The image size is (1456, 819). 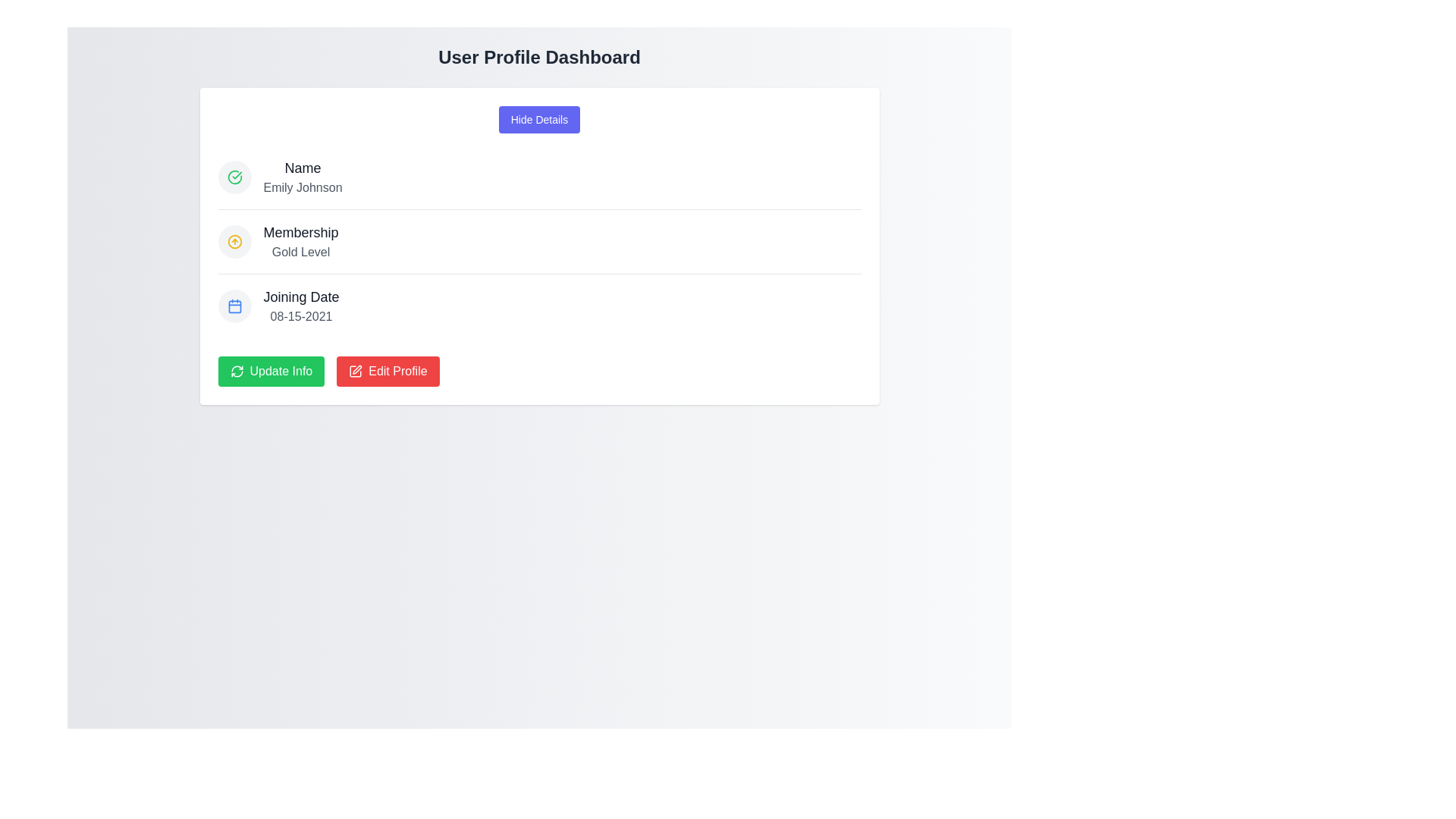 What do you see at coordinates (303, 177) in the screenshot?
I see `the 'Name' text display pair that shows the user's name 'Emily Johnson', positioned as the first entry in the user information section, to the right of a circular checkmark icon` at bounding box center [303, 177].